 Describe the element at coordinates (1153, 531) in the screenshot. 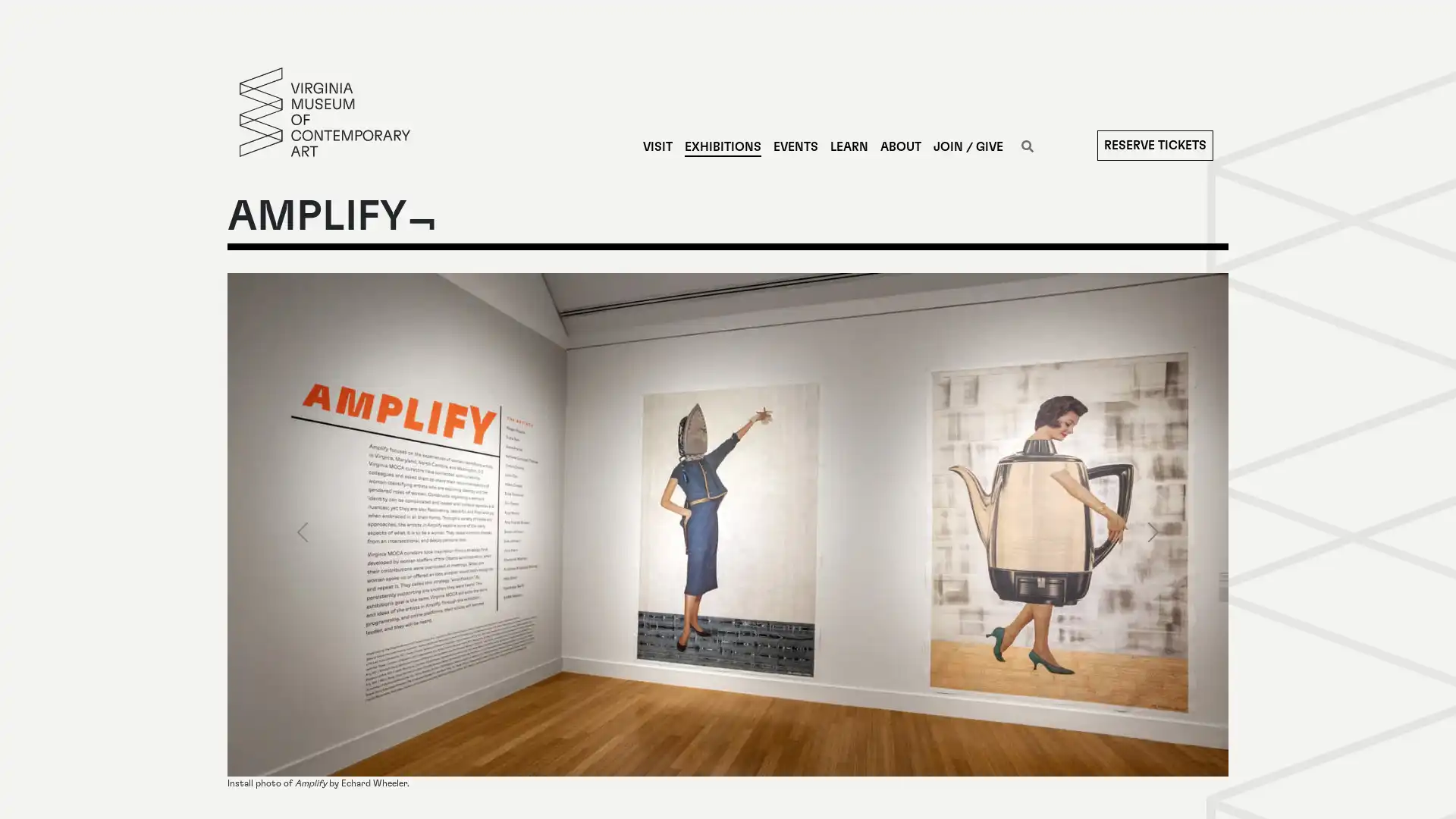

I see `Next` at that location.